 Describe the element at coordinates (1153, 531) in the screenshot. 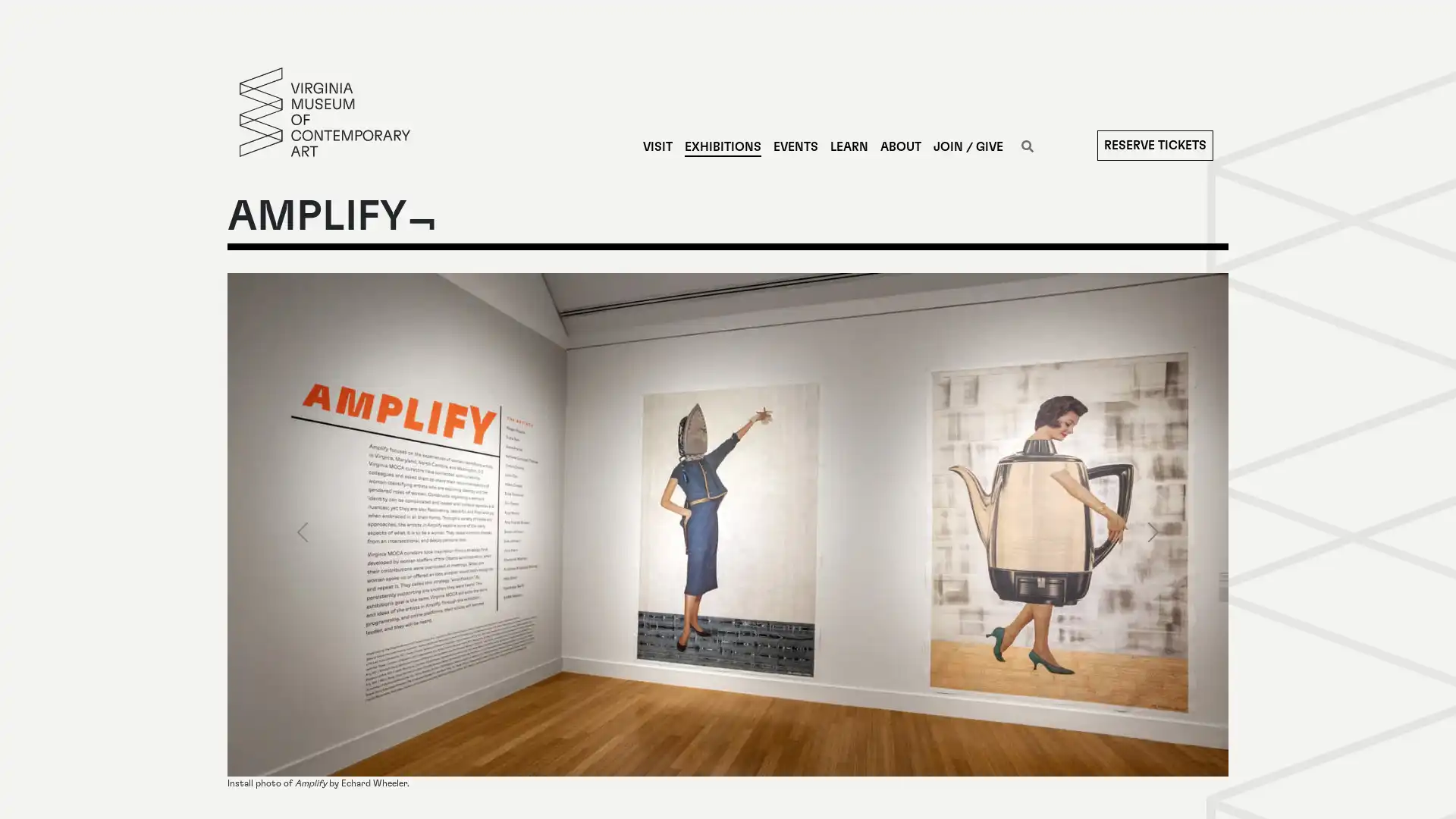

I see `Next` at that location.